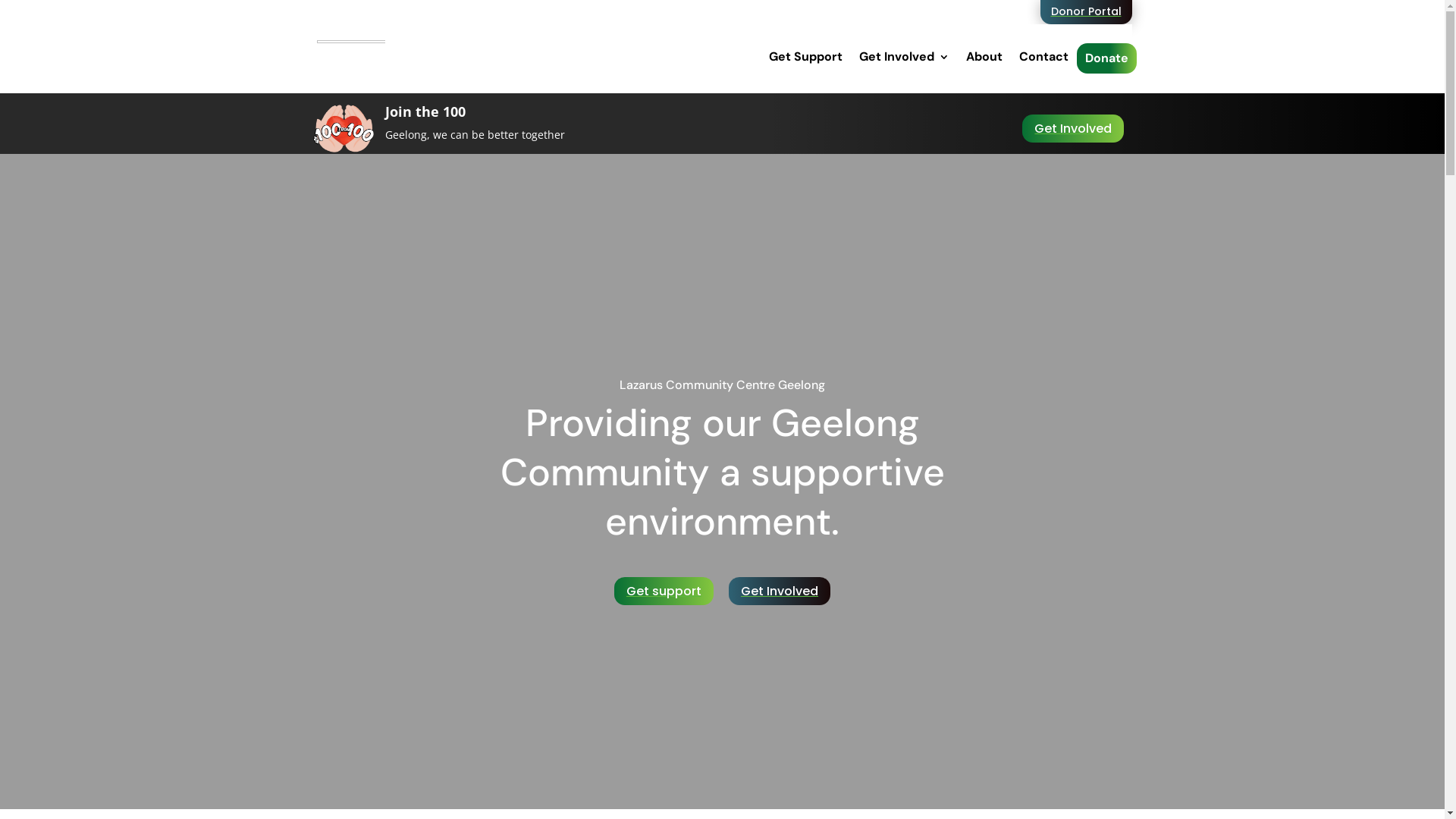 This screenshot has width=1456, height=819. Describe the element at coordinates (1072, 127) in the screenshot. I see `'Get Involved'` at that location.